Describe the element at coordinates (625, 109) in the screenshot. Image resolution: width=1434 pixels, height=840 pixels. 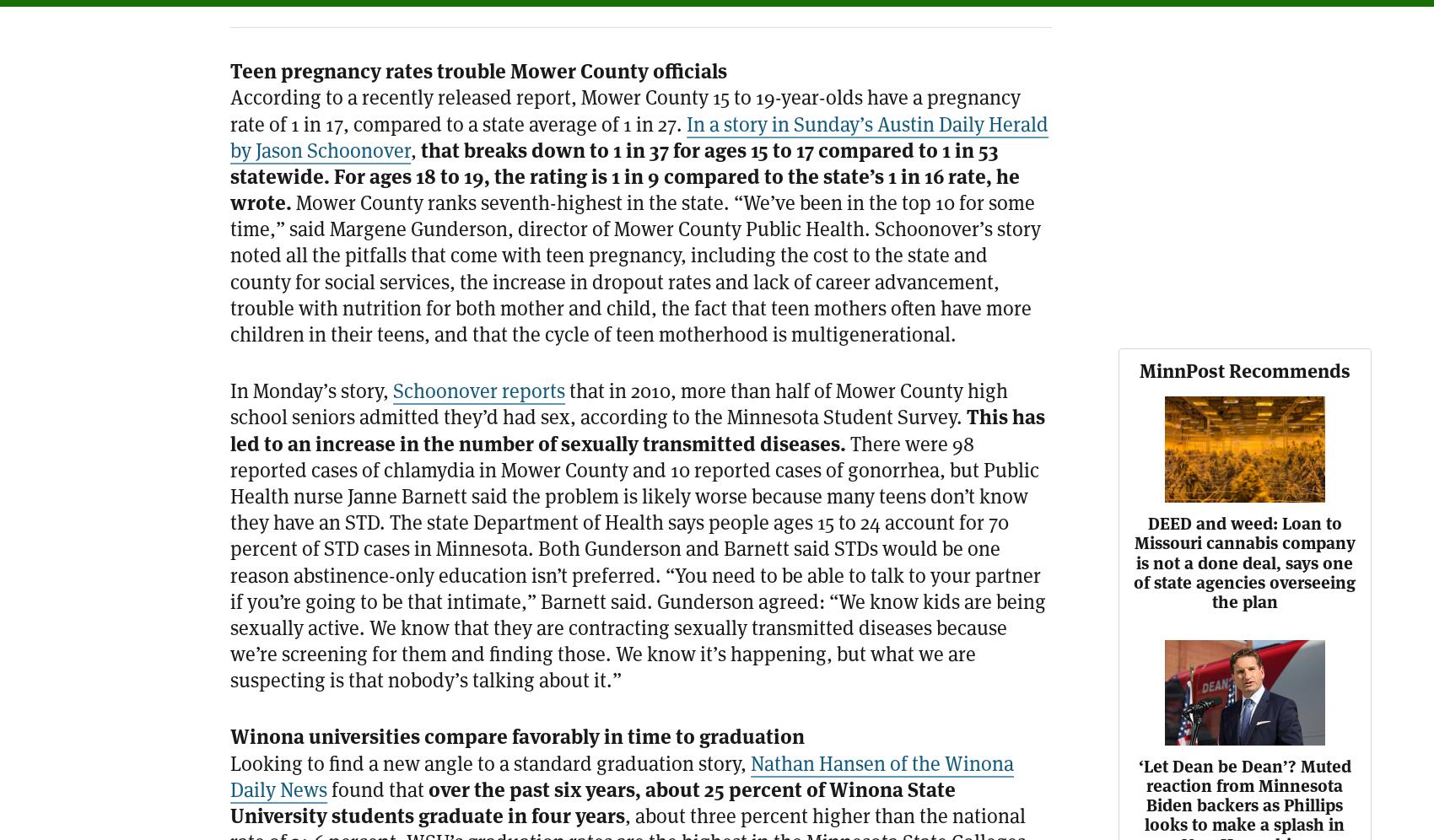
I see `'According to a recently released report, Mower County 15 to 19-year-olds have a pregnancy rate of 1 in 17, compared to a state average of 1 in 27.'` at that location.